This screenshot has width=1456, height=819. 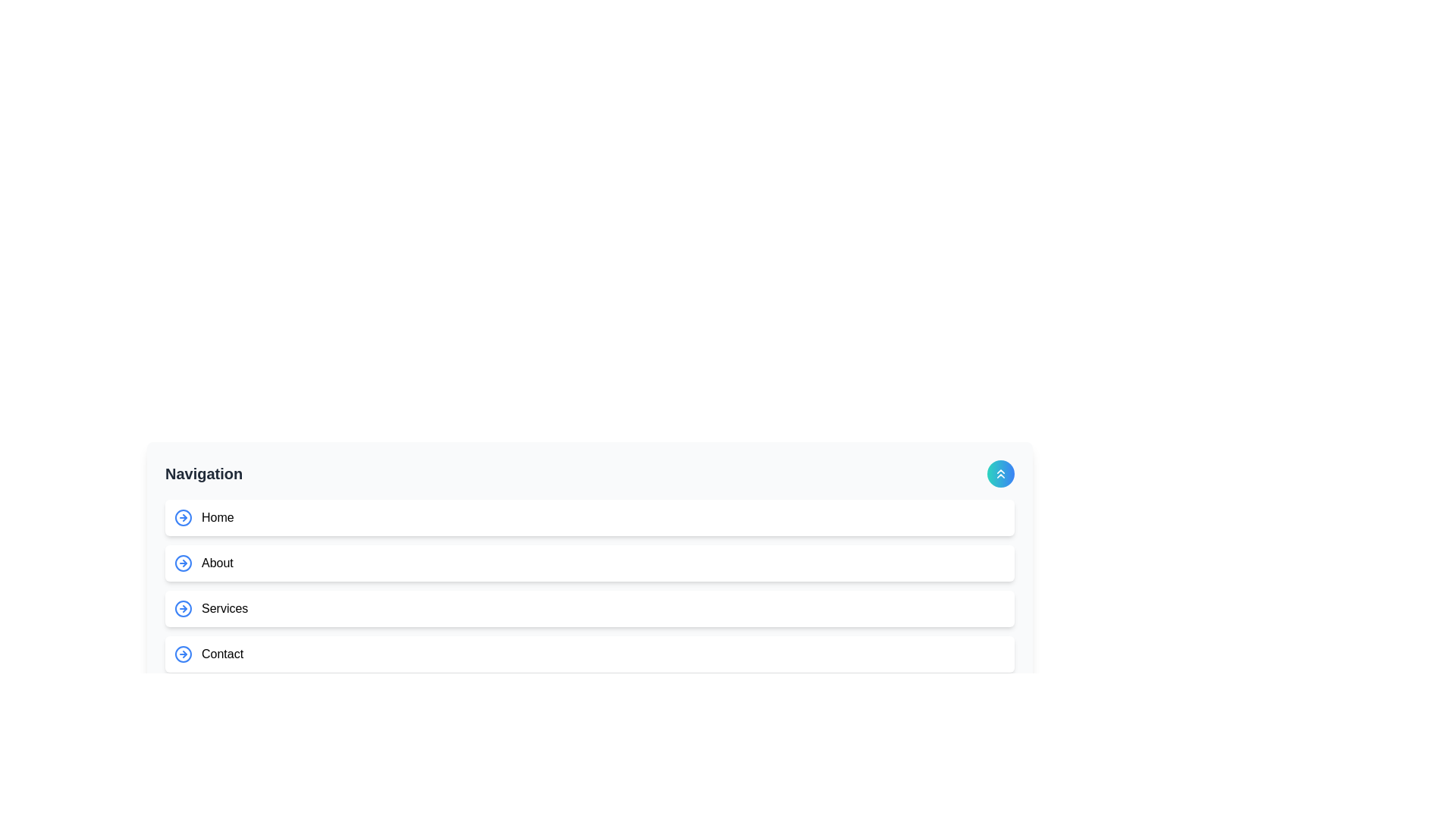 I want to click on the blue circular icon with a right-pointing arrow located next to the text 'Services' in the vertical navigation menu, so click(x=182, y=607).